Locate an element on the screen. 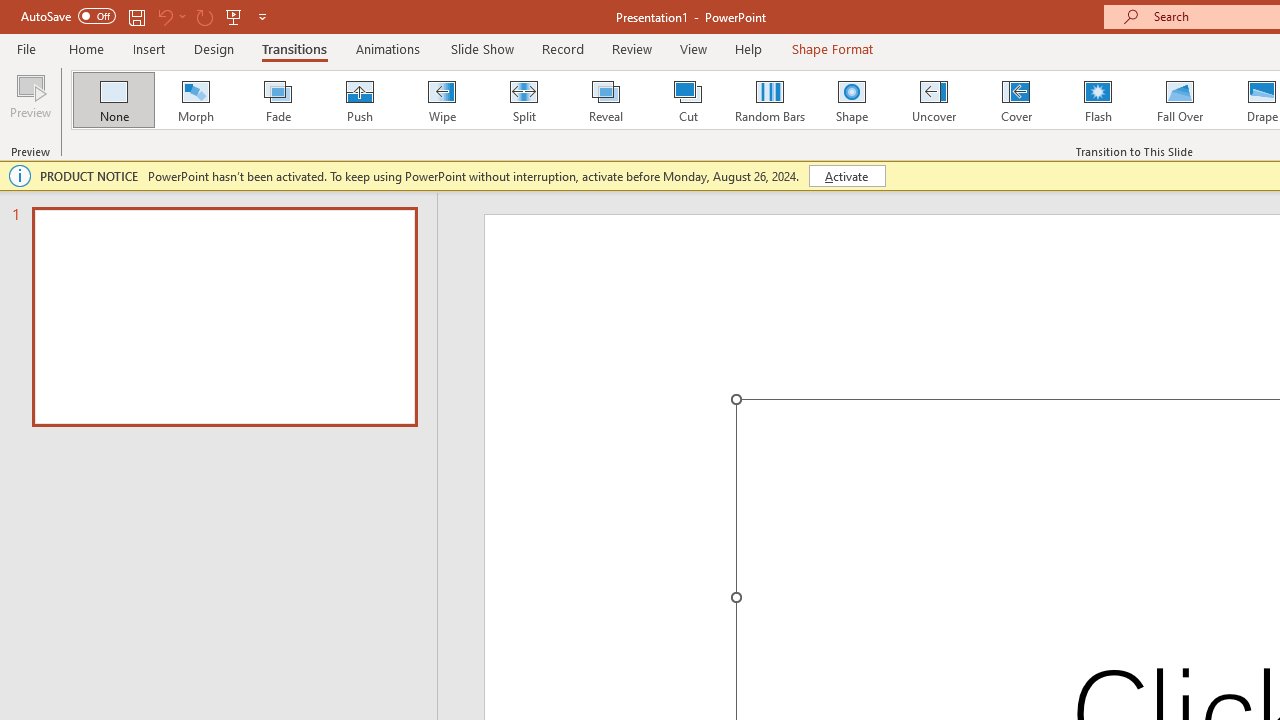 The height and width of the screenshot is (720, 1280). 'Activate' is located at coordinates (847, 175).